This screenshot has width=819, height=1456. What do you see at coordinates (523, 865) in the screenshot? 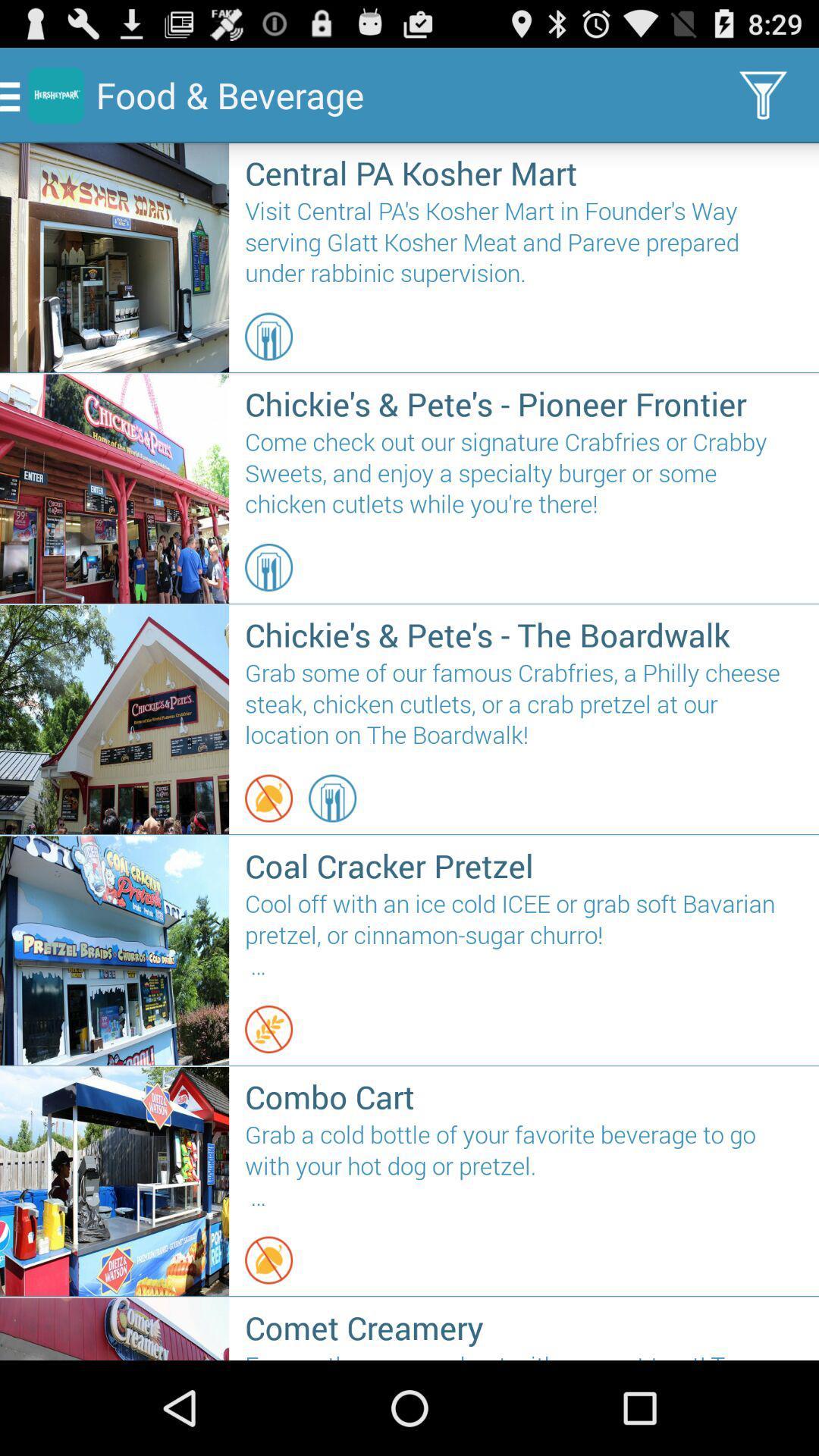
I see `the coal cracker pretzel icon` at bounding box center [523, 865].